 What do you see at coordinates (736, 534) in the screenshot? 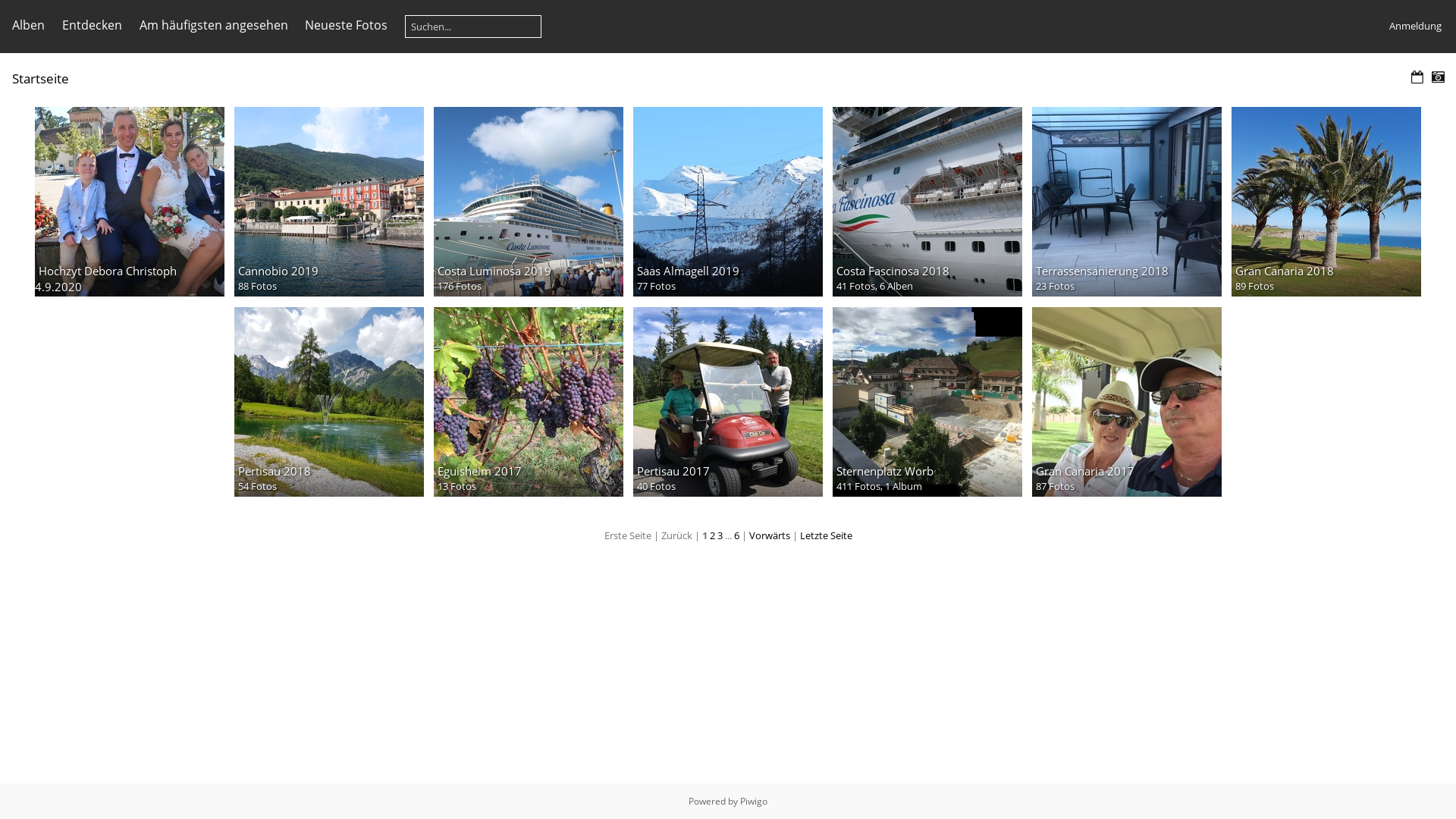
I see `'6'` at bounding box center [736, 534].